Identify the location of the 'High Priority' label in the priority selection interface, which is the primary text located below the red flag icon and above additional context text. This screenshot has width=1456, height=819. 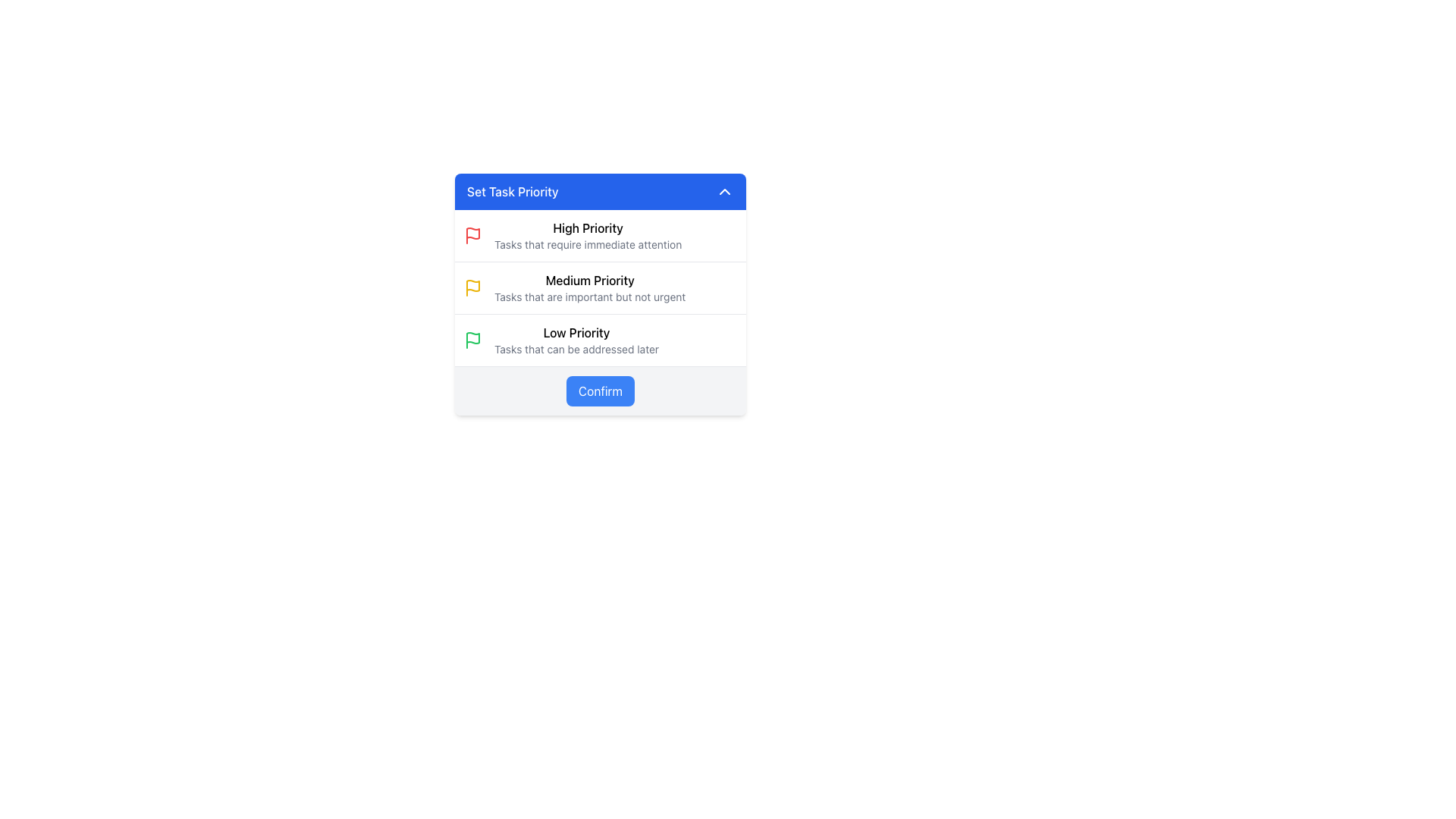
(587, 227).